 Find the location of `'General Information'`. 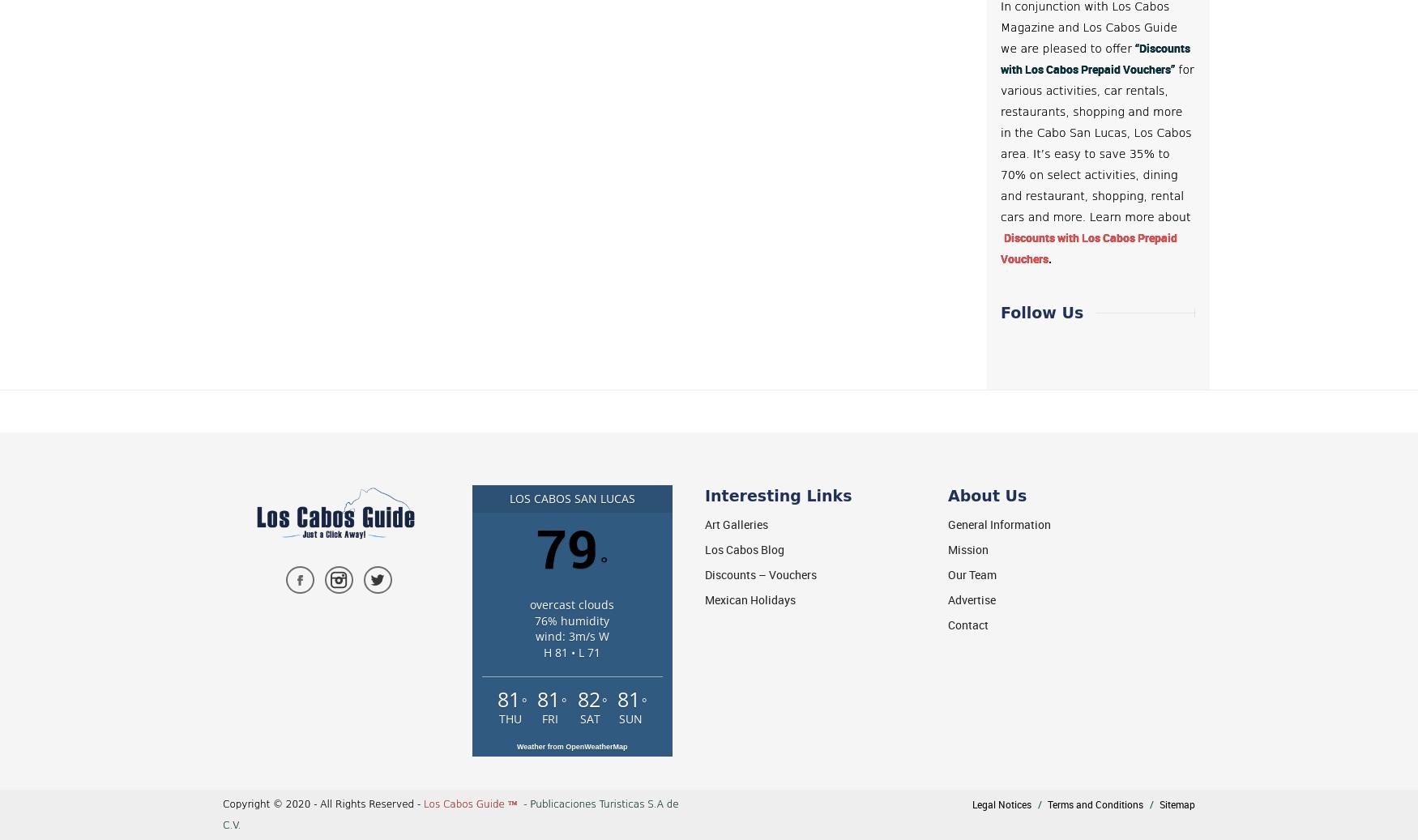

'General Information' is located at coordinates (947, 524).